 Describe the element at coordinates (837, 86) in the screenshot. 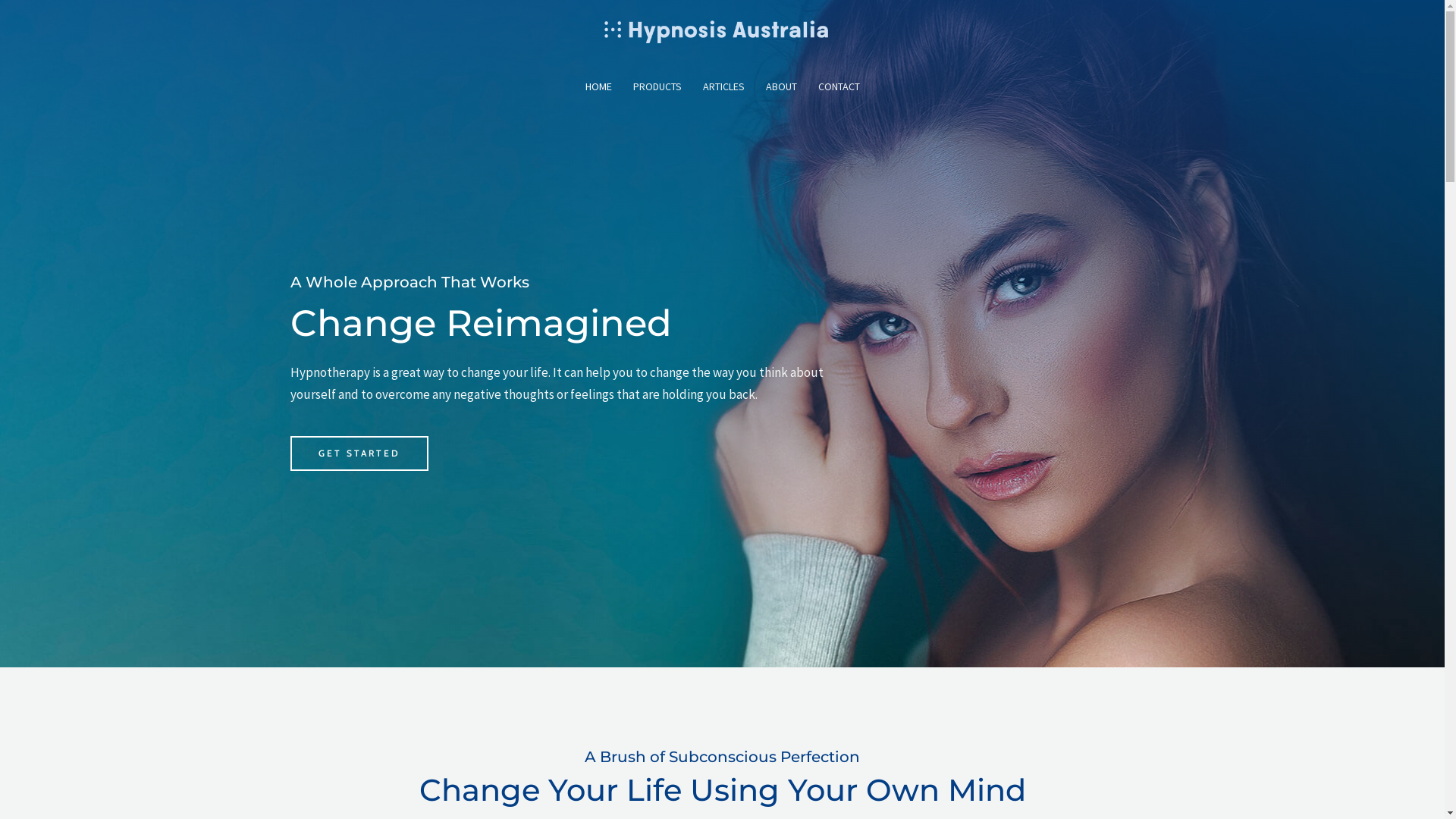

I see `'CONTACT'` at that location.